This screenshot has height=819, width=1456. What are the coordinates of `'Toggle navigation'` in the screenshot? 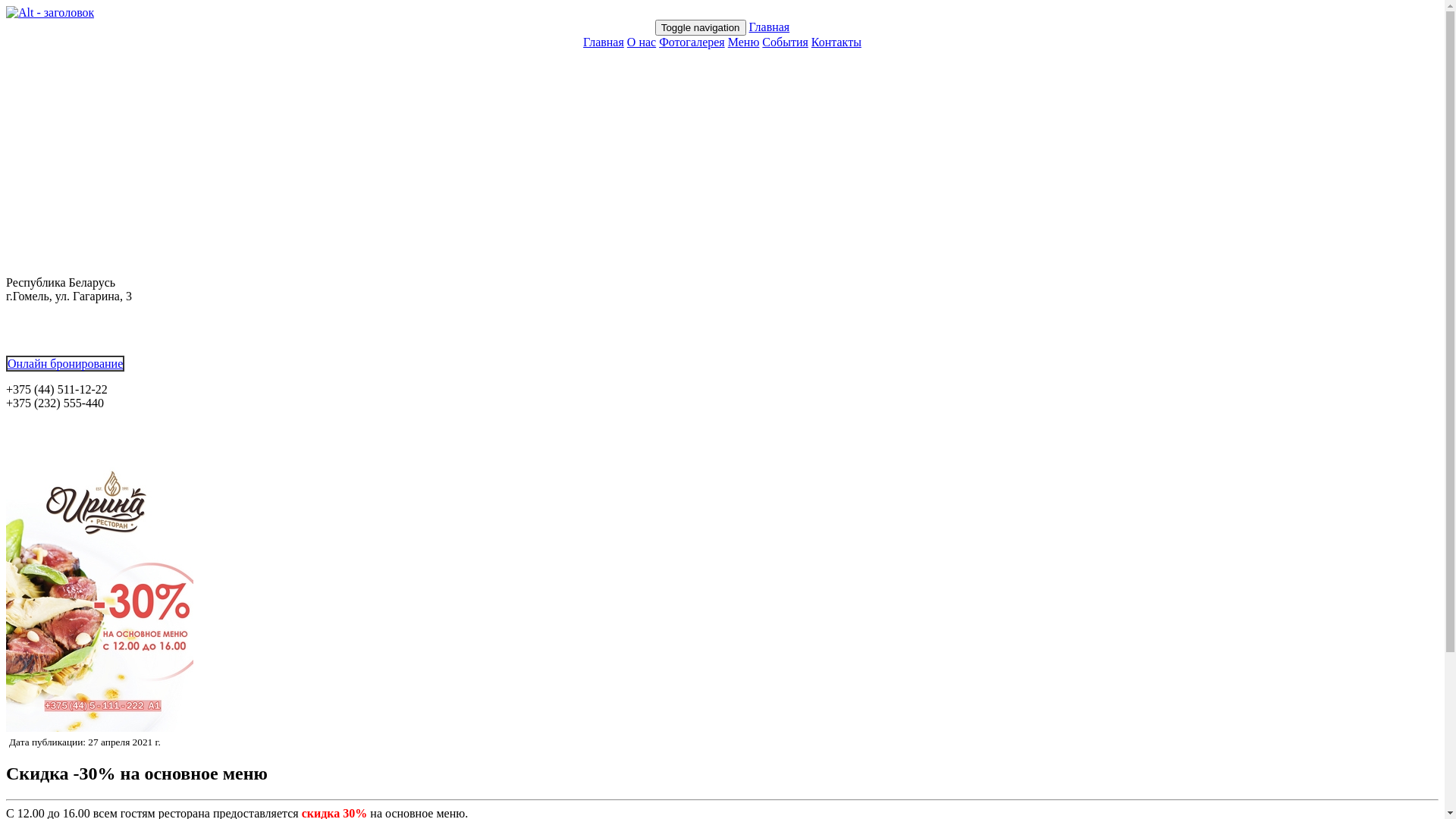 It's located at (699, 27).